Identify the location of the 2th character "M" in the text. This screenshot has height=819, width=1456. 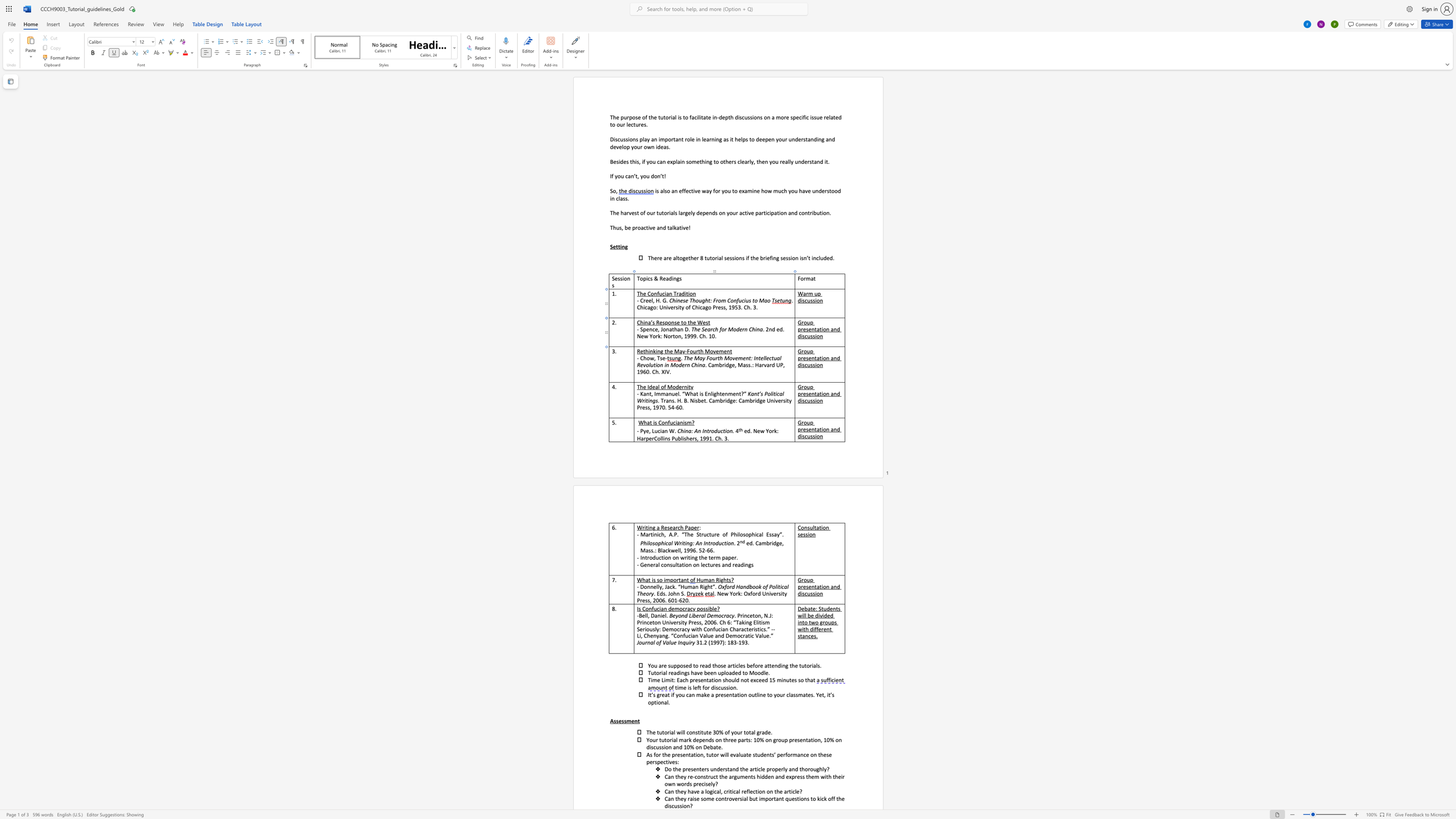
(707, 351).